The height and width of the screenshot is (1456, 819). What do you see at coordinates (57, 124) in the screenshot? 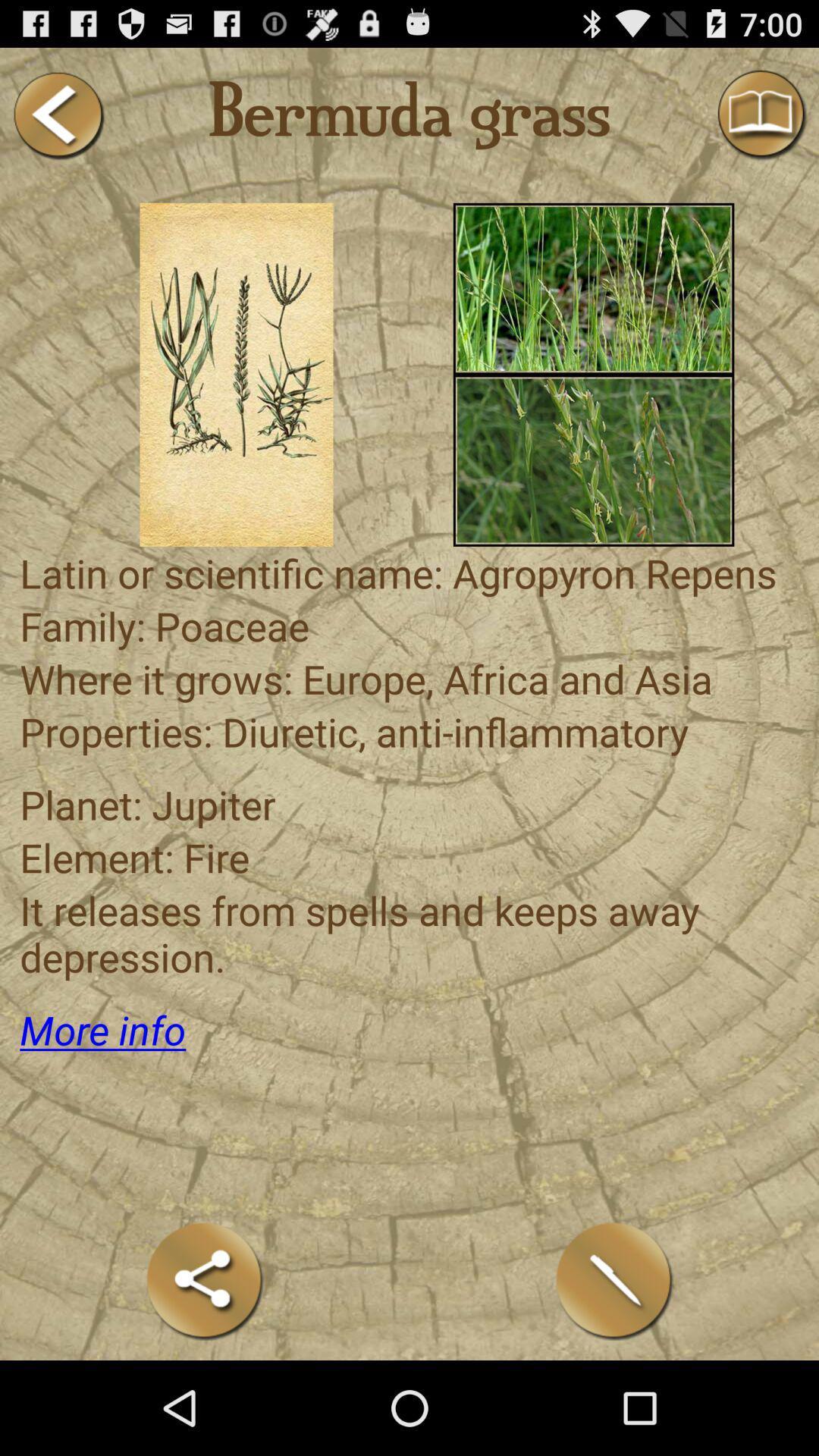
I see `the arrow_backward icon` at bounding box center [57, 124].